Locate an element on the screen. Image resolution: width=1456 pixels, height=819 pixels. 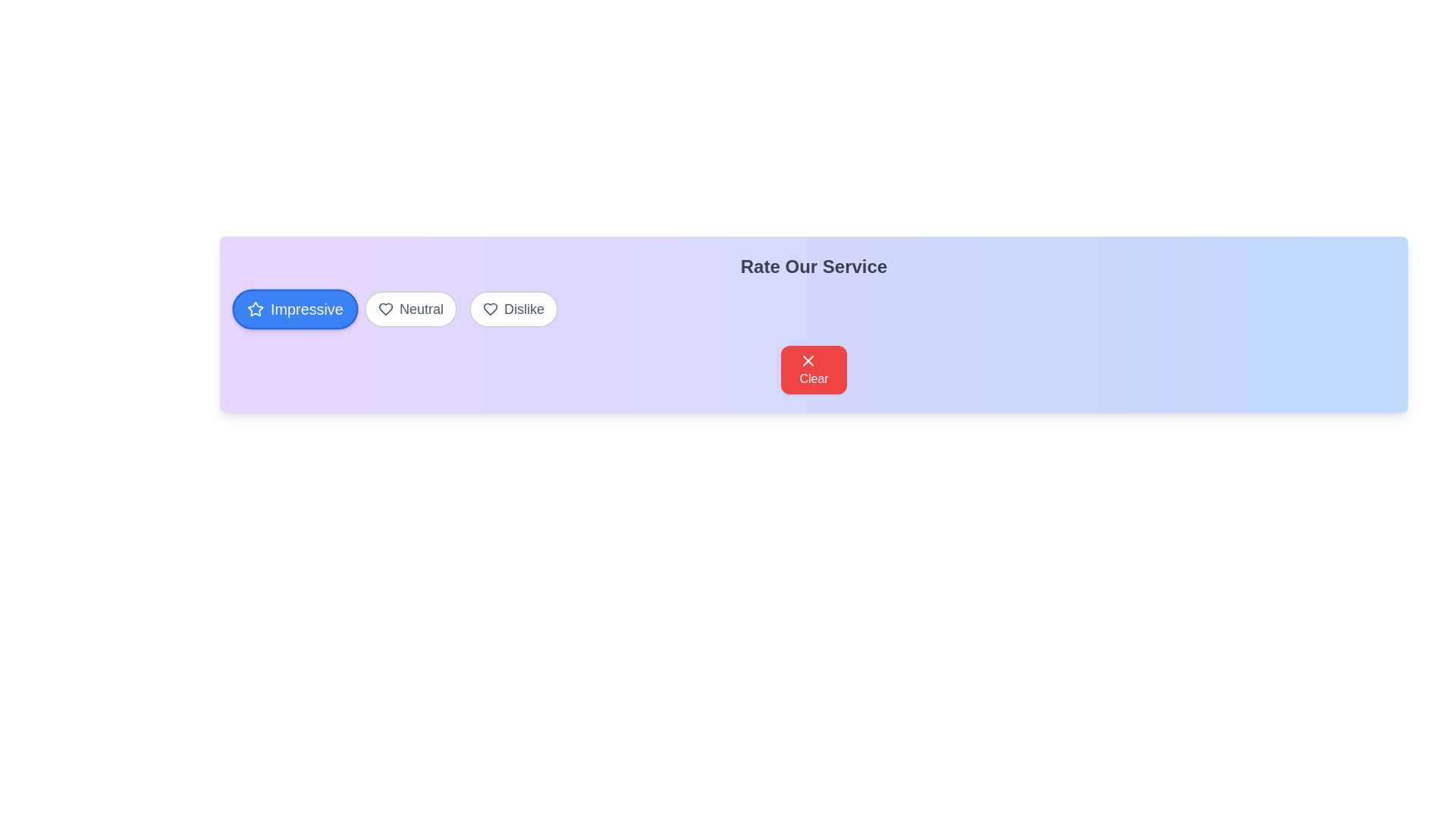
the rating option Neutral by clicking on its corresponding button is located at coordinates (411, 309).